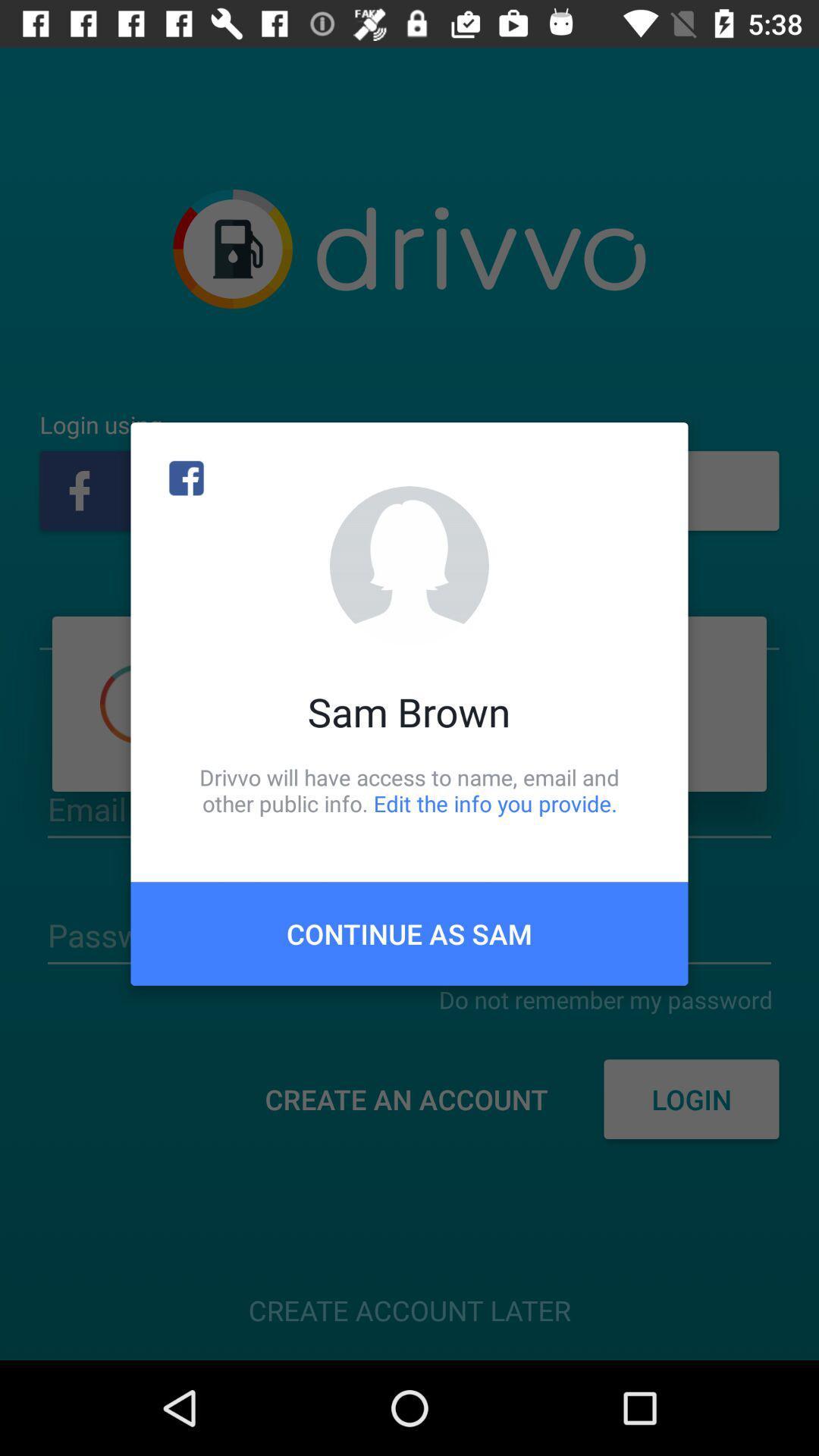  Describe the element at coordinates (409, 789) in the screenshot. I see `icon above continue as sam item` at that location.